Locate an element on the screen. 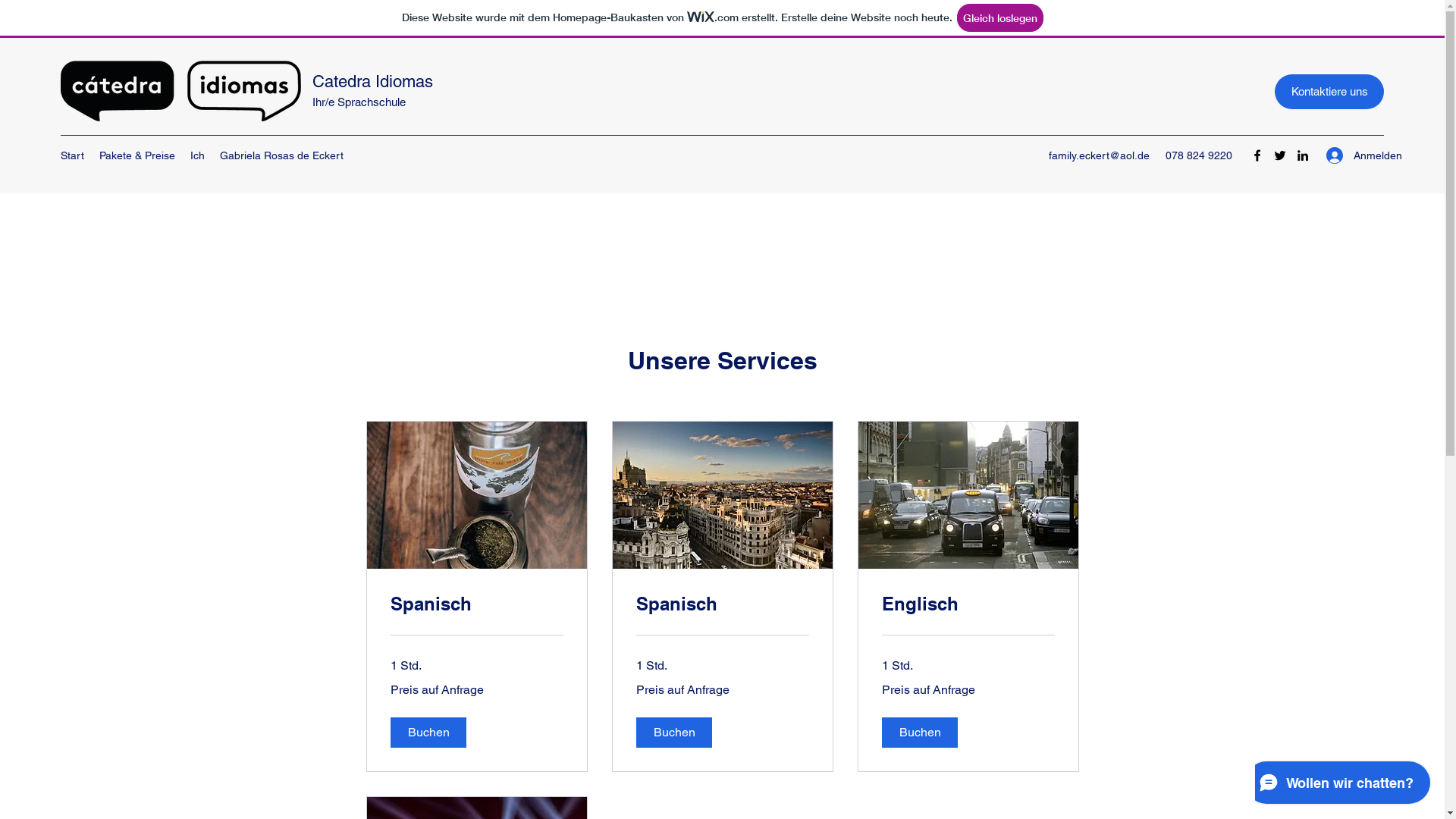 Image resolution: width=1456 pixels, height=819 pixels. 'Ich' is located at coordinates (196, 155).